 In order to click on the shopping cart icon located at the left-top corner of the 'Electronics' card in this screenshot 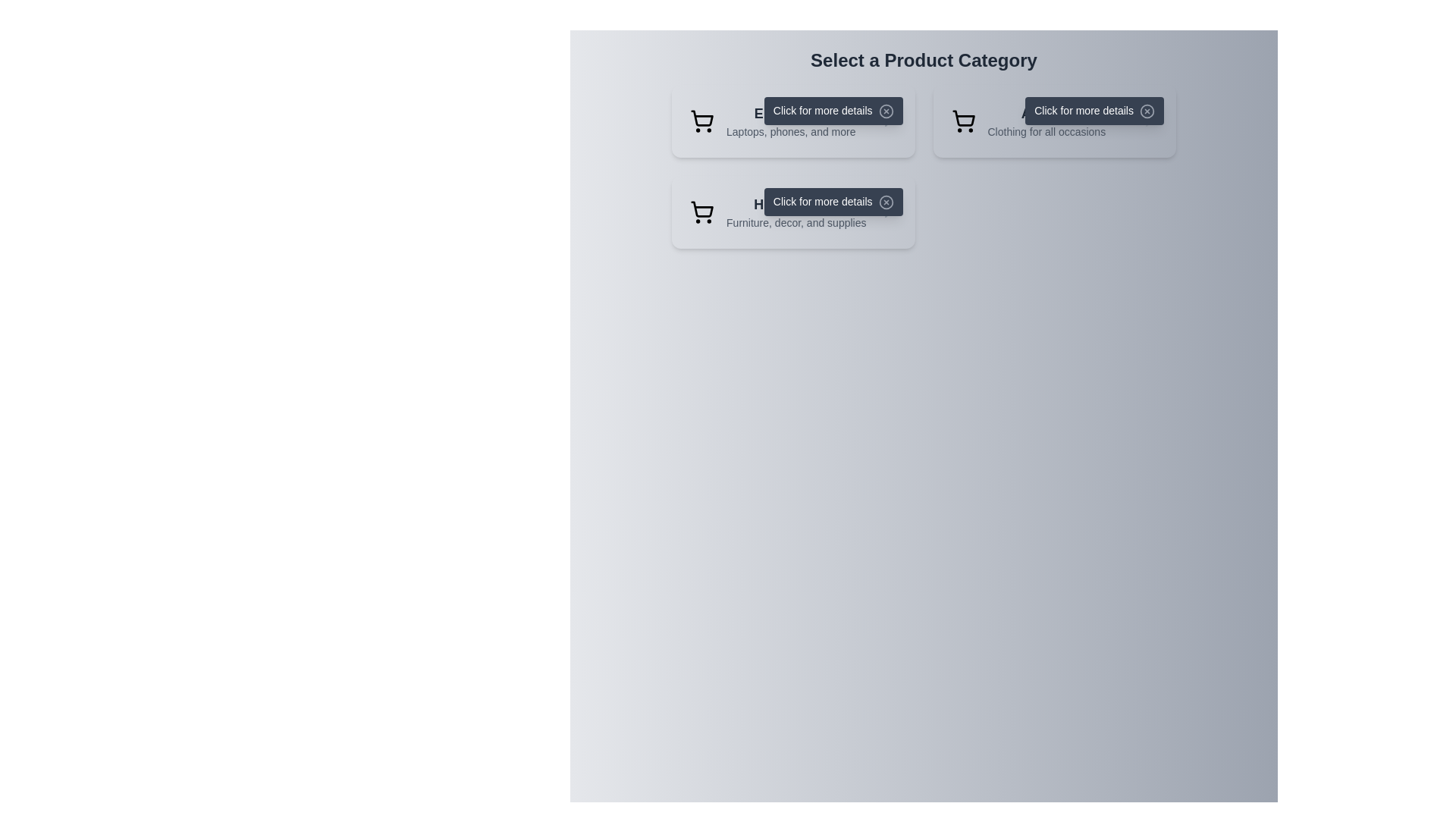, I will do `click(701, 120)`.